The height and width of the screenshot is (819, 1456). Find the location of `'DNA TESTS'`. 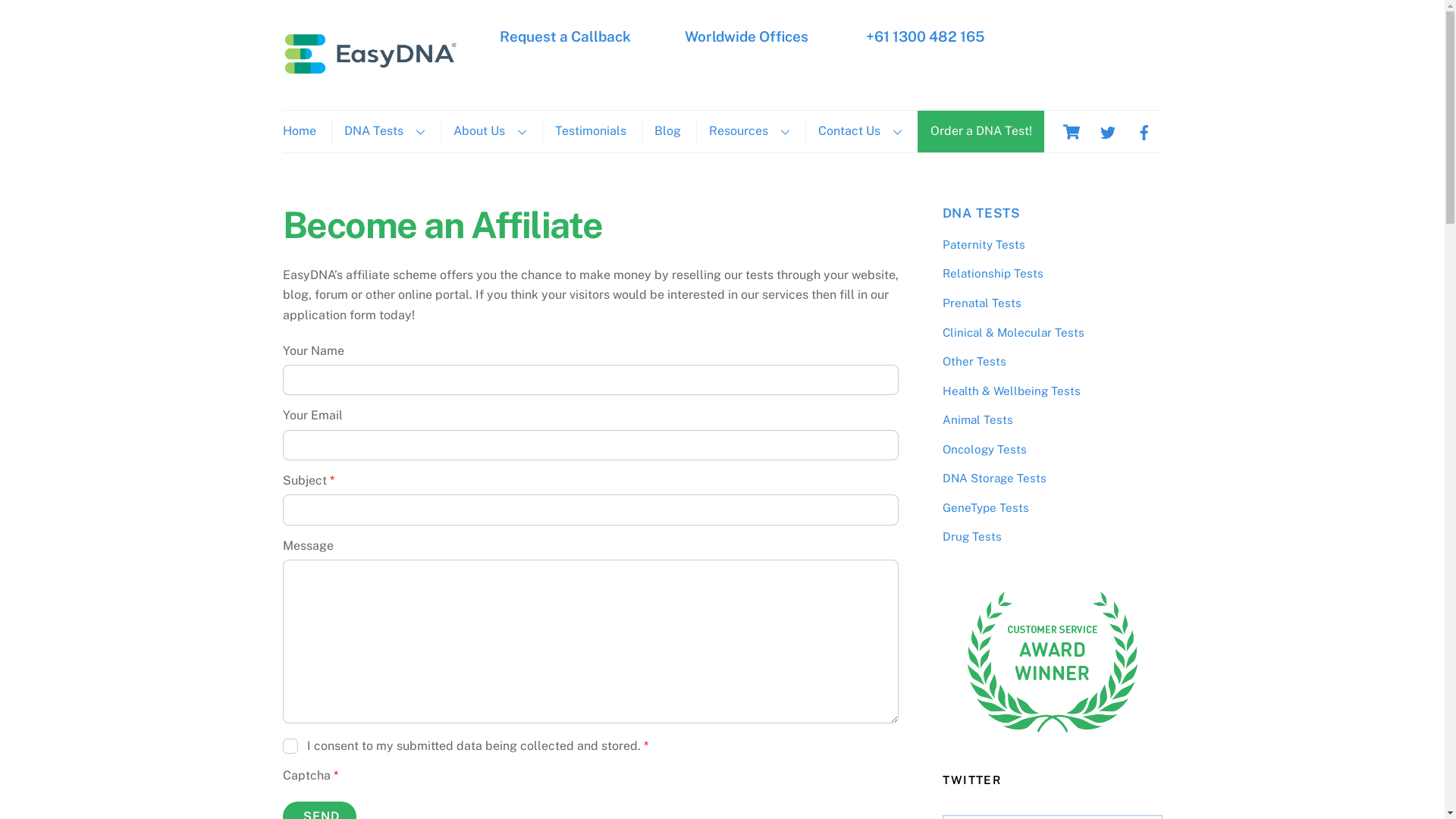

'DNA TESTS' is located at coordinates (981, 213).